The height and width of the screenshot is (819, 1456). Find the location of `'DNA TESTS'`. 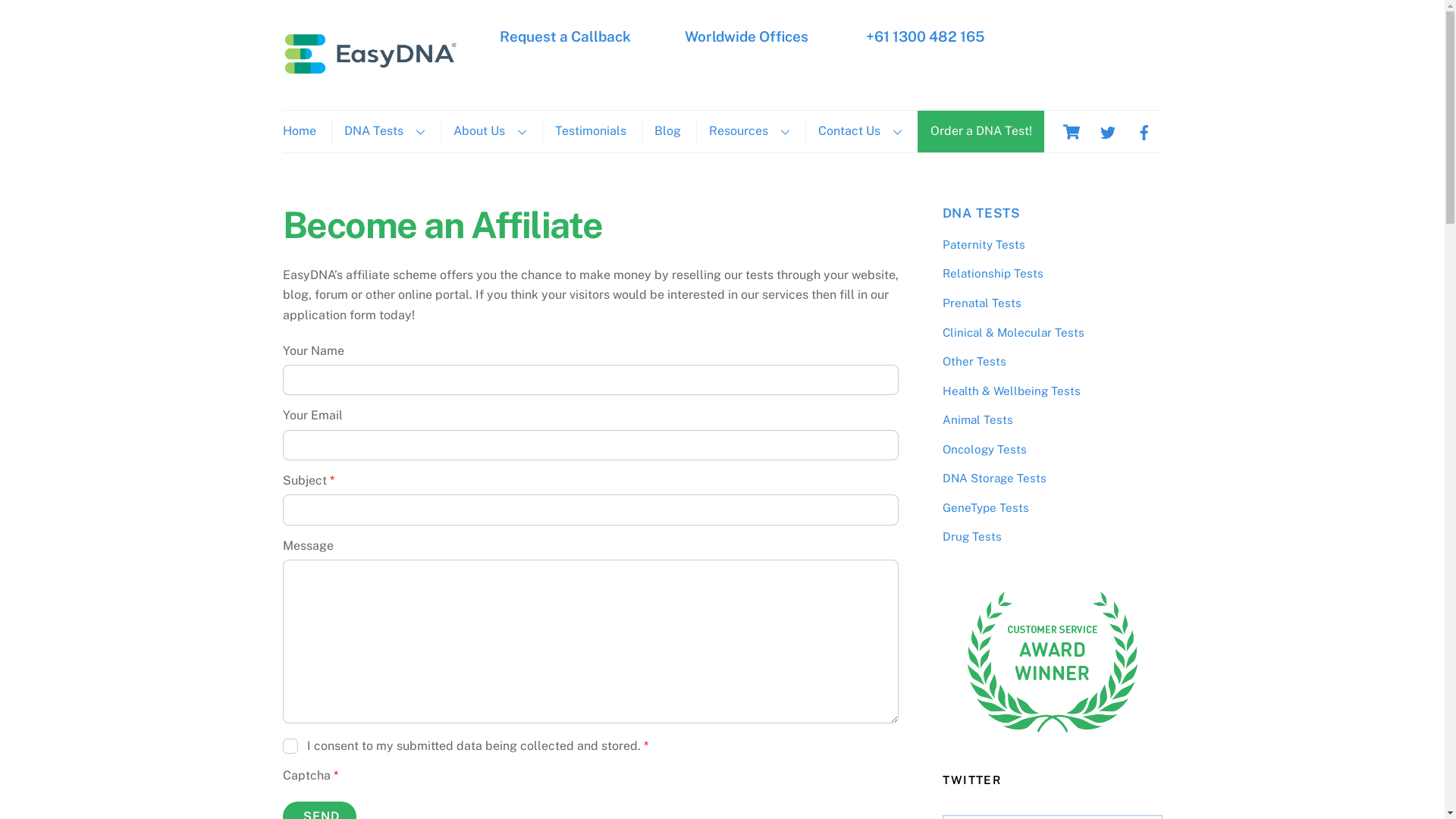

'DNA TESTS' is located at coordinates (981, 213).